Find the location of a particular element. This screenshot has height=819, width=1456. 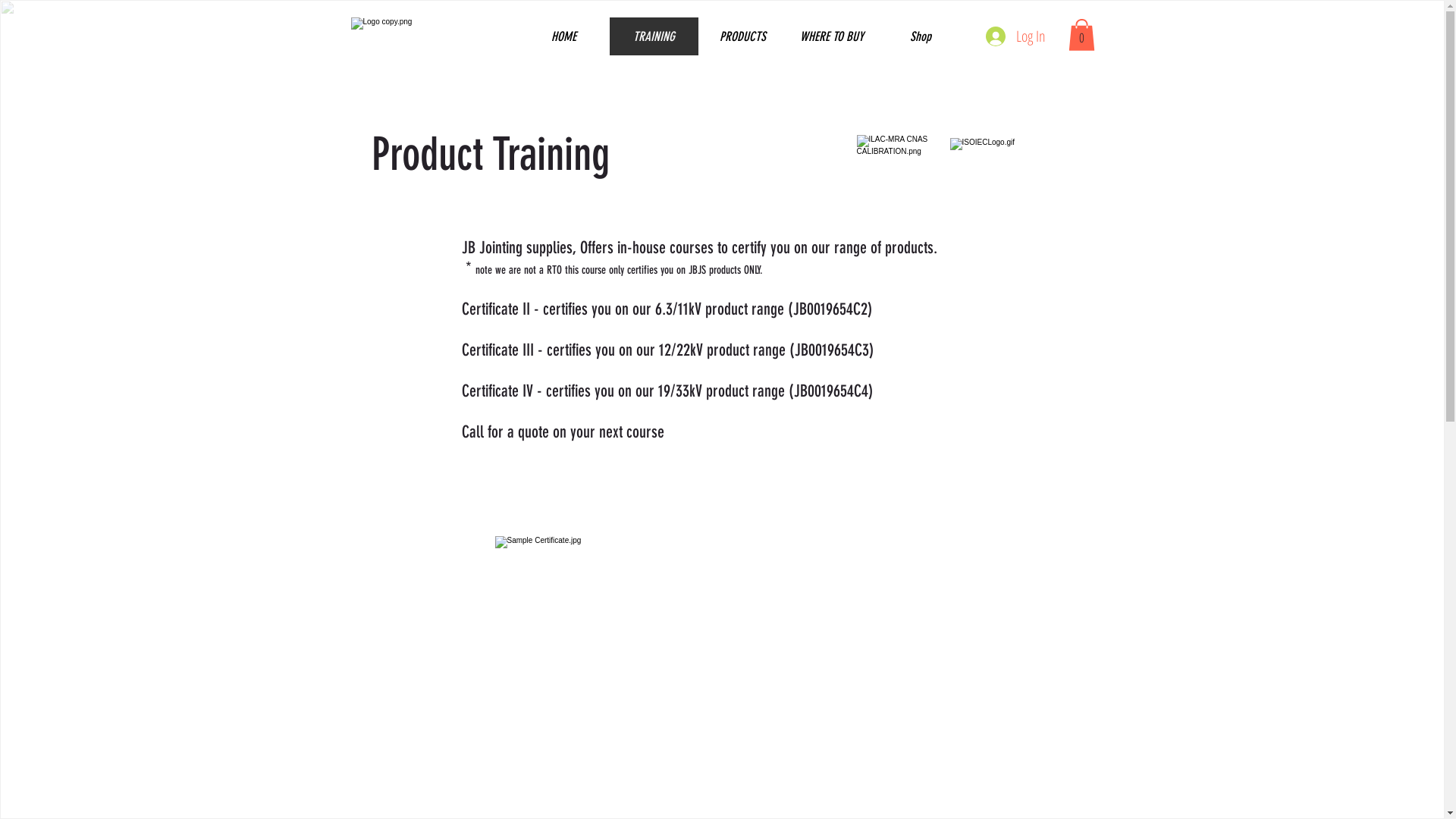

'0' is located at coordinates (1080, 34).